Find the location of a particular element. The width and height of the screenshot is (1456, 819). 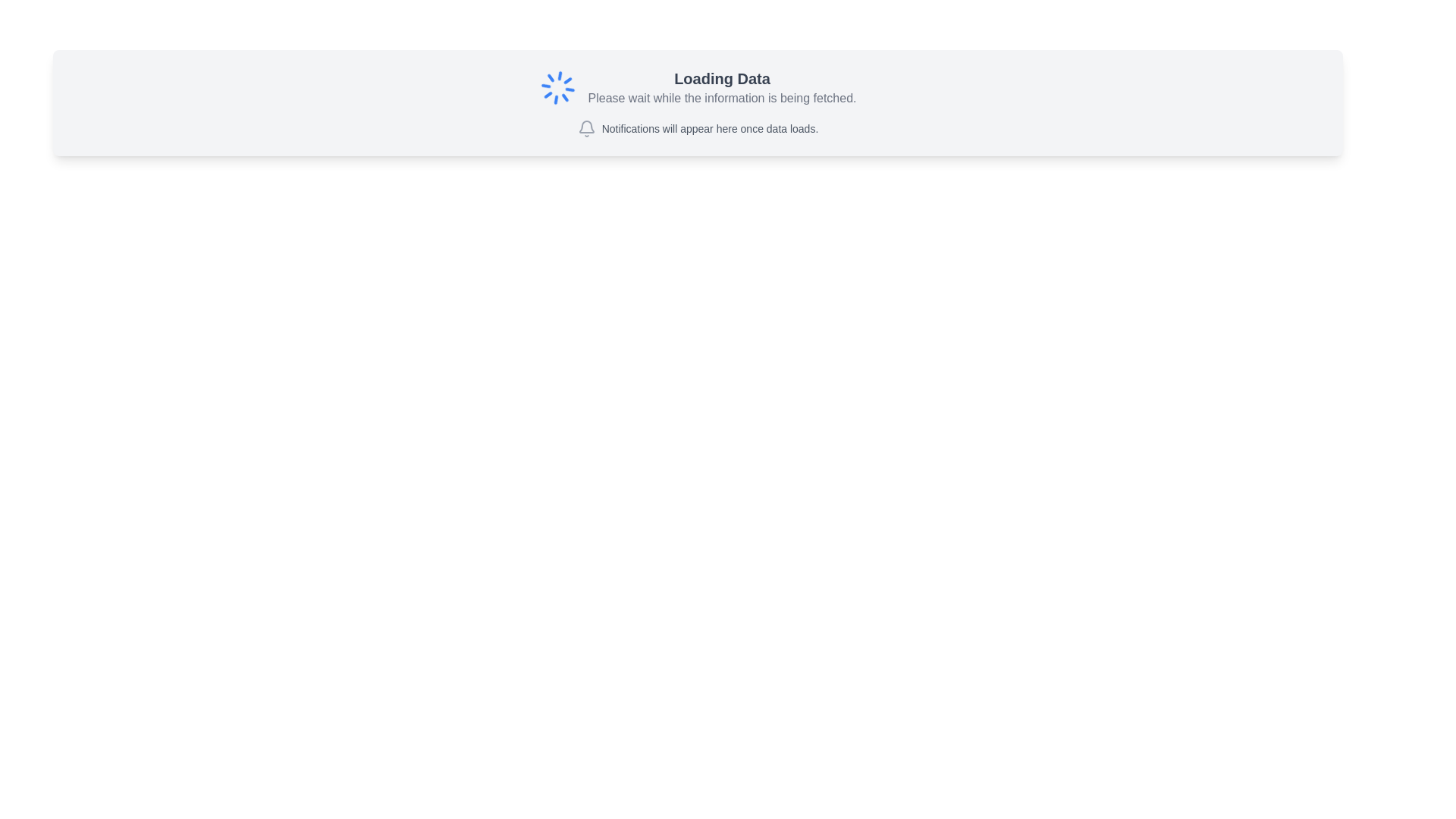

status message displayed in the multi-line text block that says 'Loading Data' and 'Please wait while the information is being fetched.' is located at coordinates (721, 87).